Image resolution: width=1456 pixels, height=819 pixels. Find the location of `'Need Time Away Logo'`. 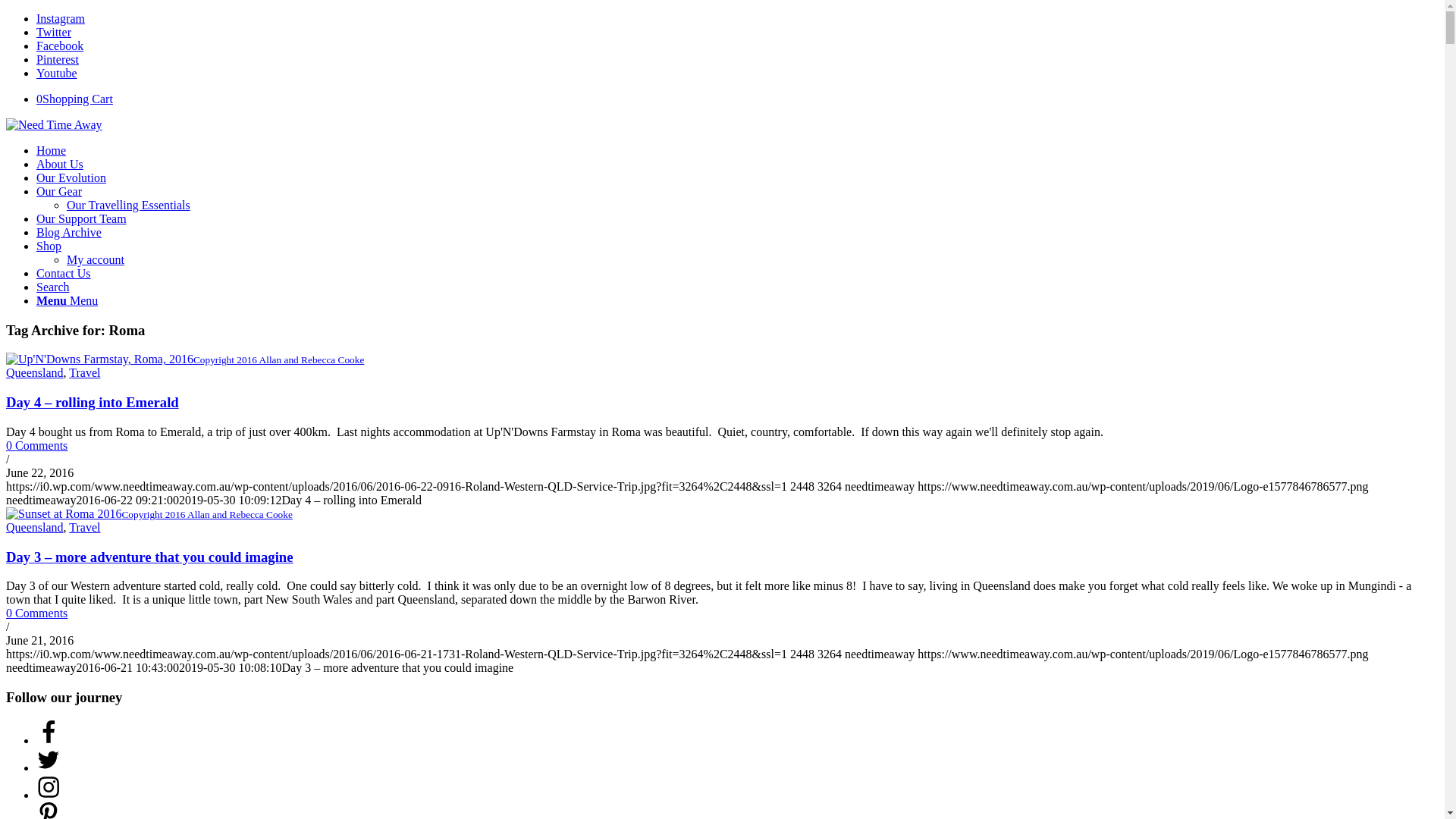

'Need Time Away Logo' is located at coordinates (6, 124).